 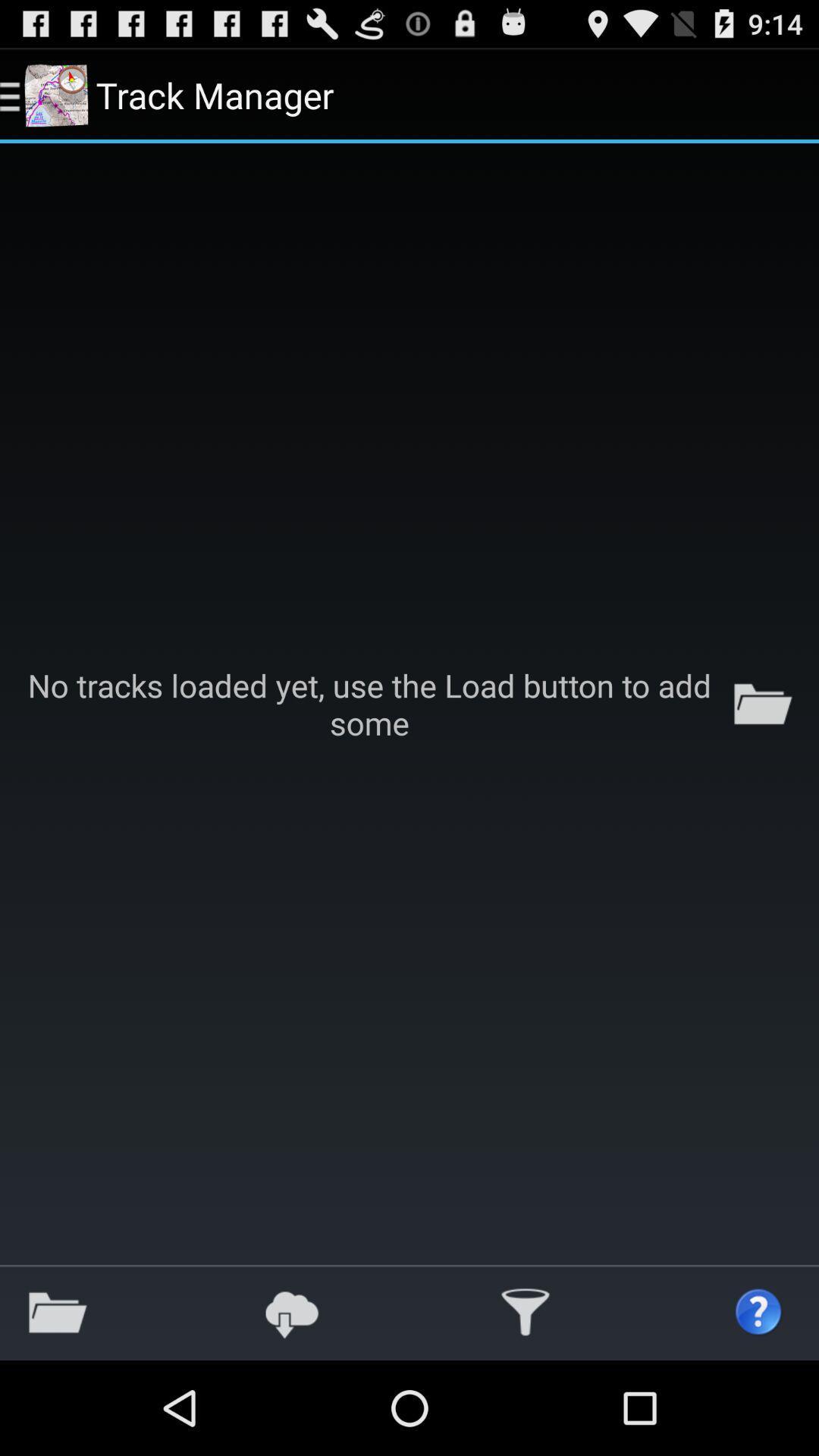 What do you see at coordinates (292, 1312) in the screenshot?
I see `the app below no tracks loaded app` at bounding box center [292, 1312].